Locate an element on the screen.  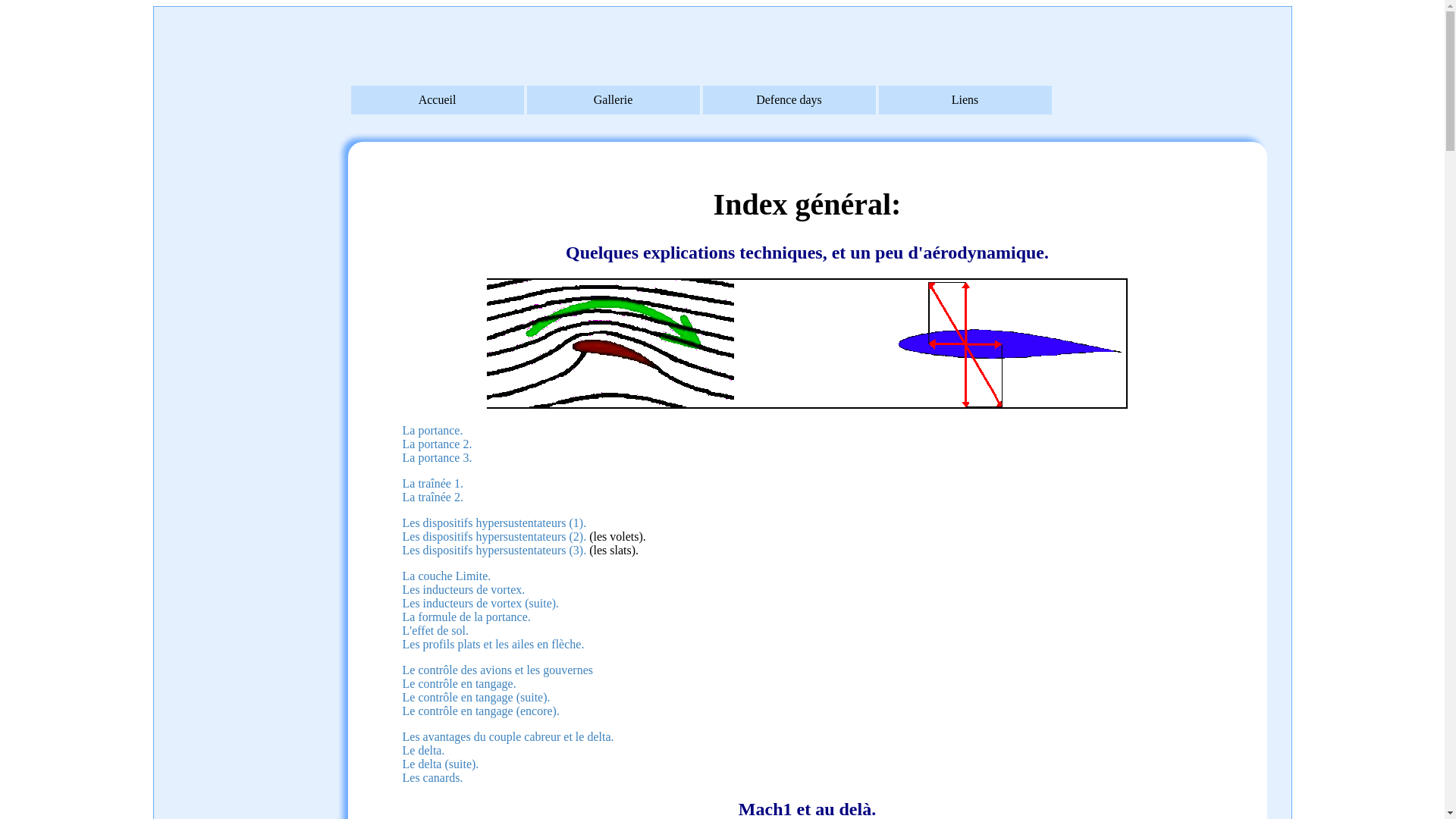
'La formule de la portance.' is located at coordinates (465, 616).